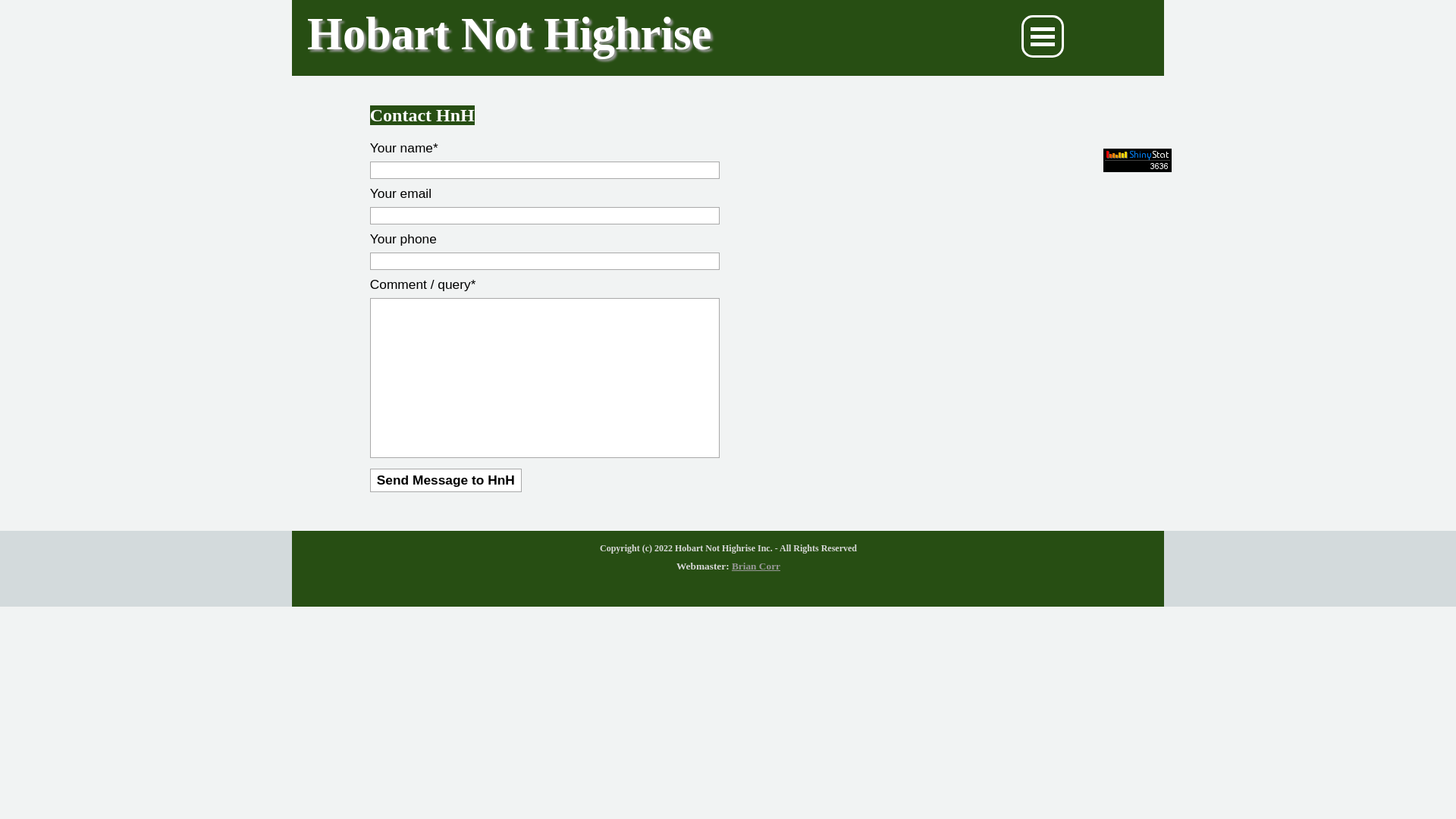  What do you see at coordinates (756, 566) in the screenshot?
I see `'Brian Corr'` at bounding box center [756, 566].